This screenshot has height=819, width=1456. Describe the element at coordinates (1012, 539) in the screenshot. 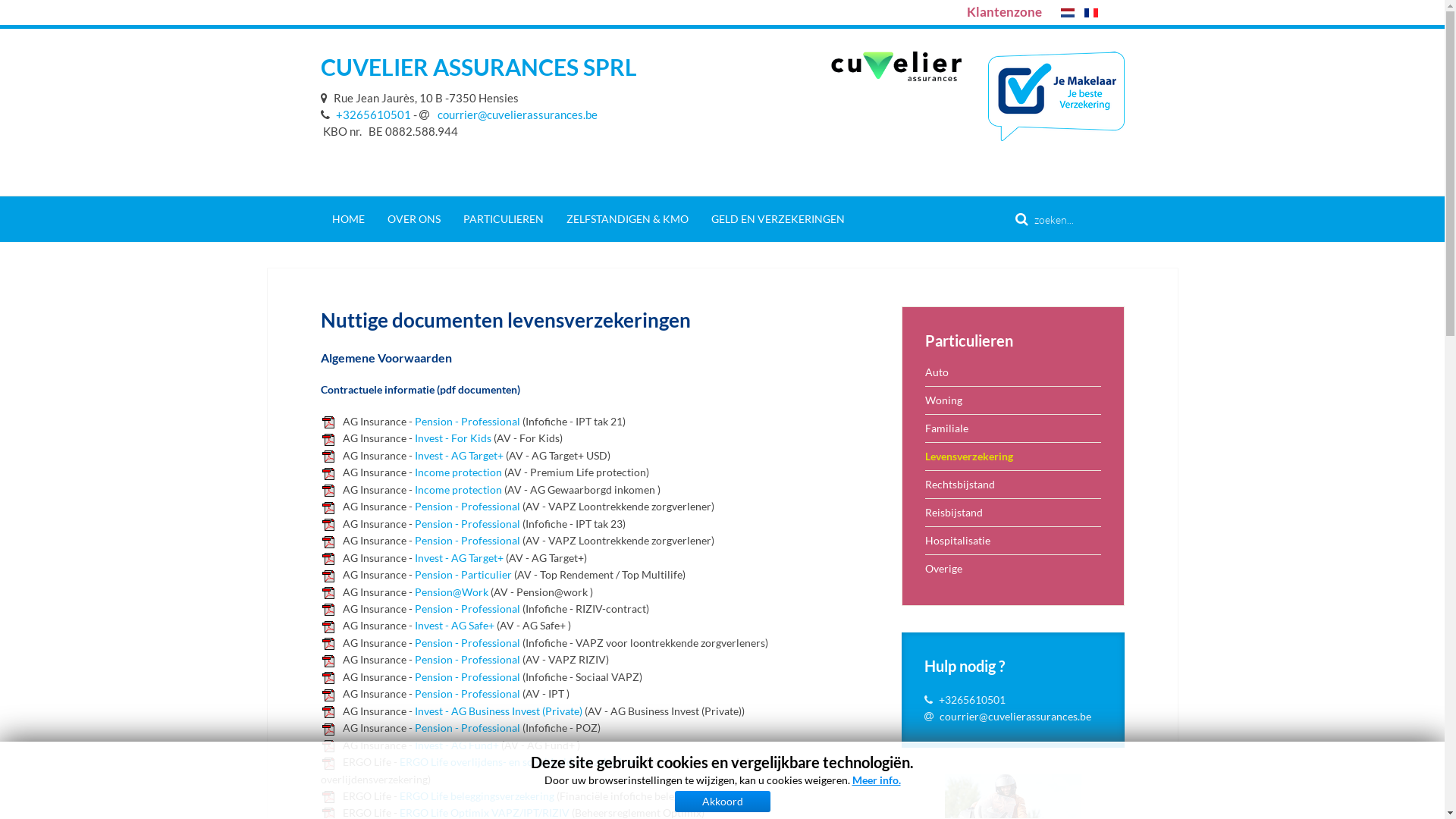

I see `'Hospitalisatie'` at that location.